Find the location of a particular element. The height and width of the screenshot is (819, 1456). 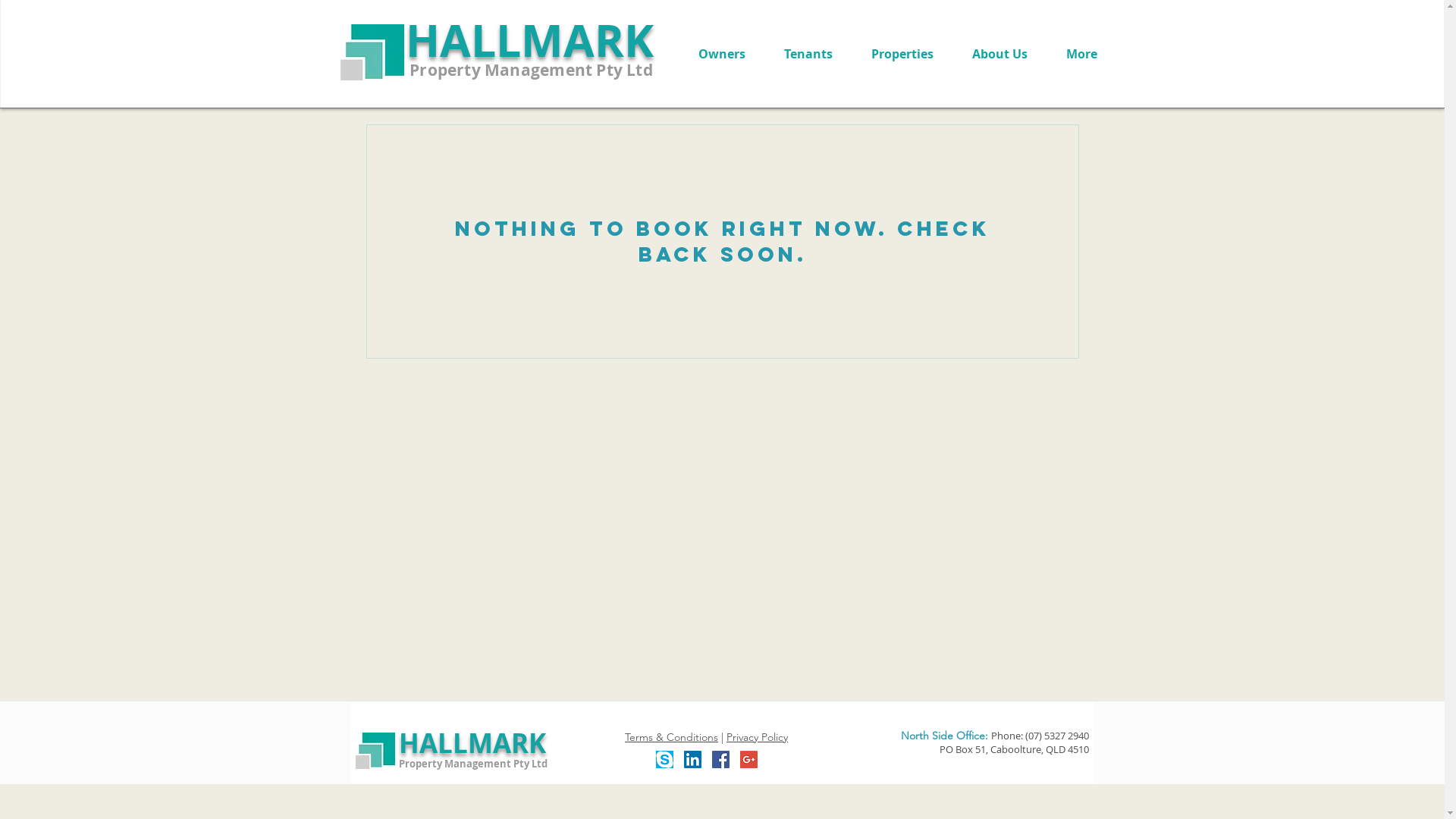

'Tenants' is located at coordinates (807, 52).